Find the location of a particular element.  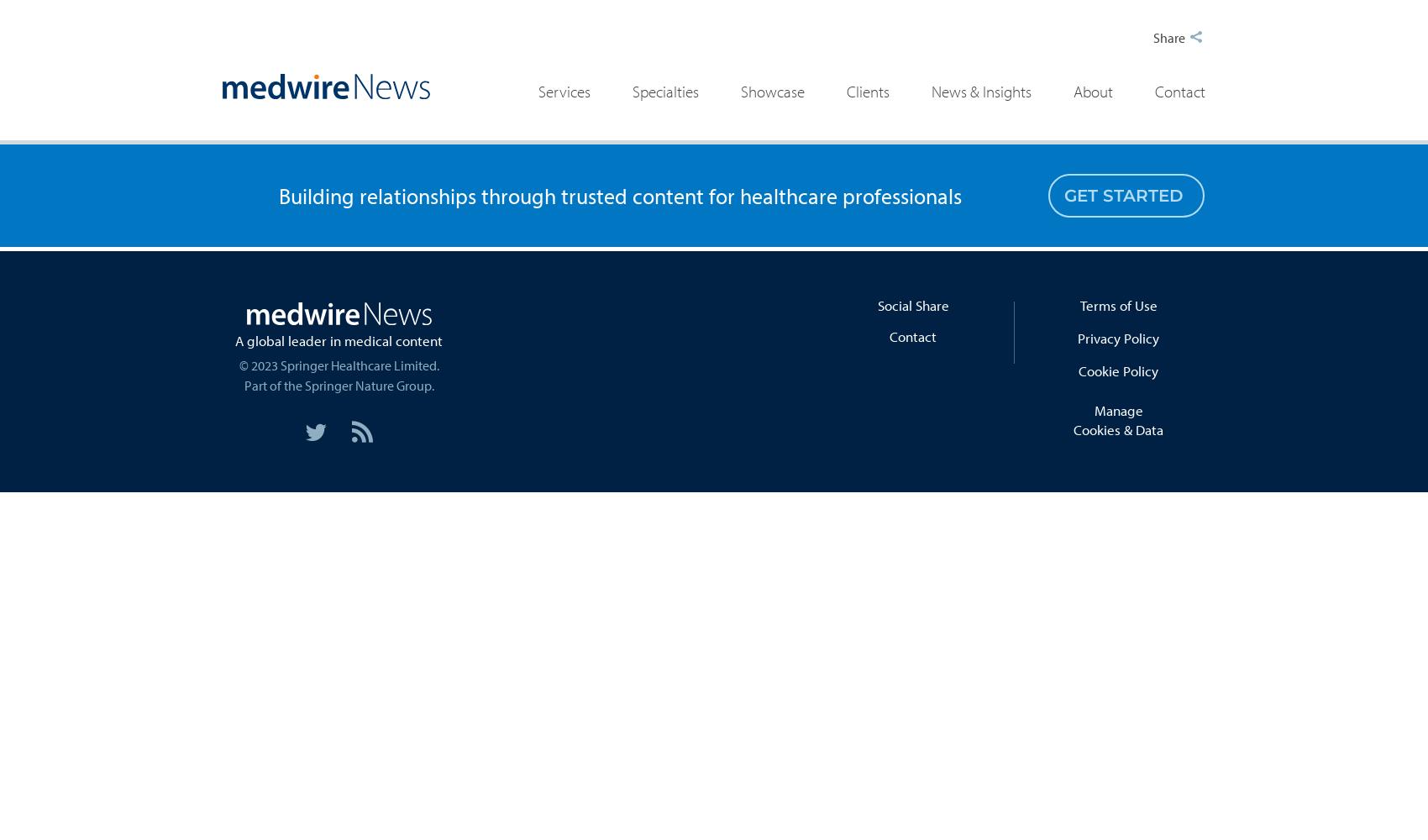

'Services' is located at coordinates (563, 91).